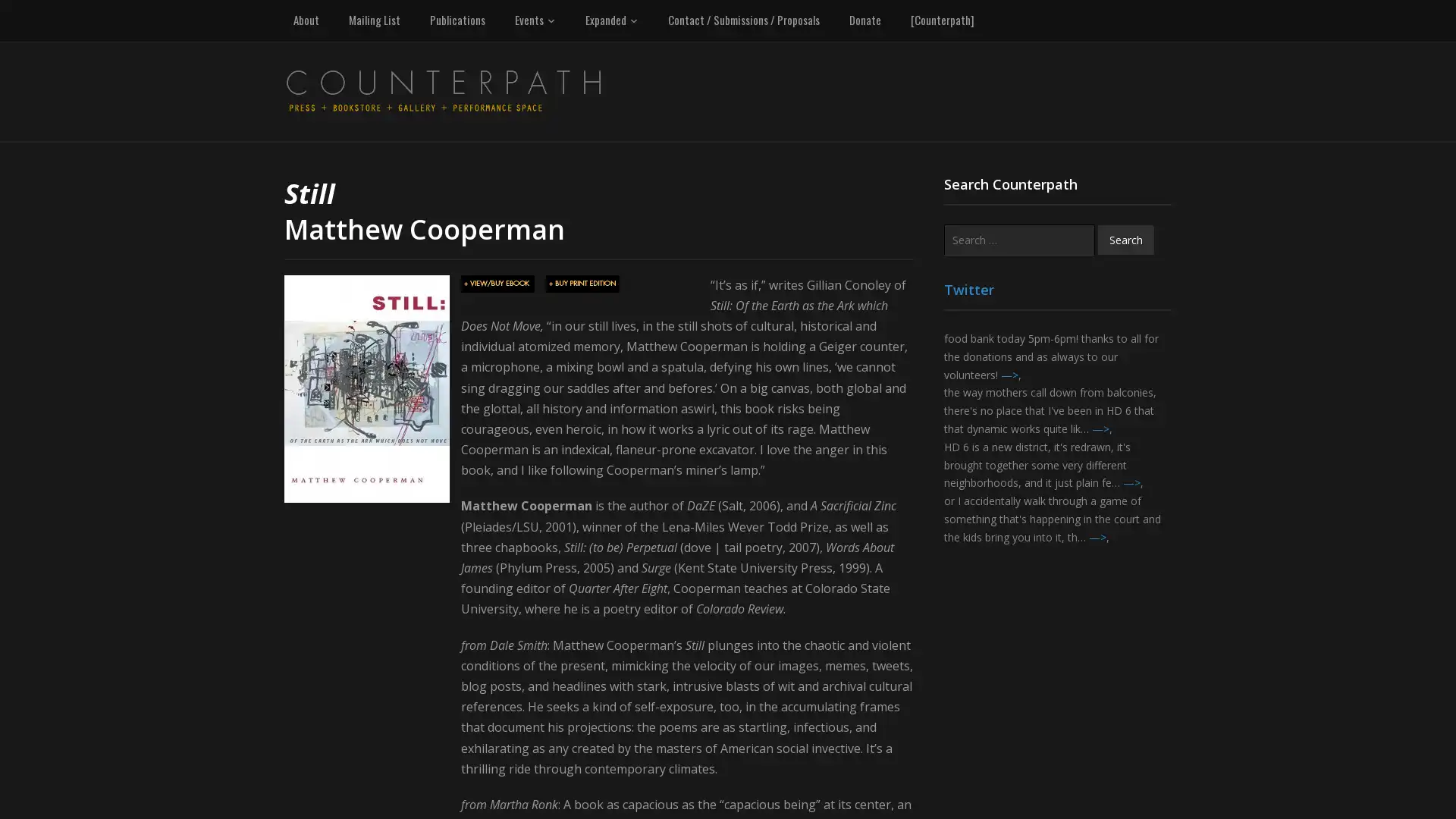 The image size is (1456, 819). Describe the element at coordinates (1125, 239) in the screenshot. I see `Search` at that location.